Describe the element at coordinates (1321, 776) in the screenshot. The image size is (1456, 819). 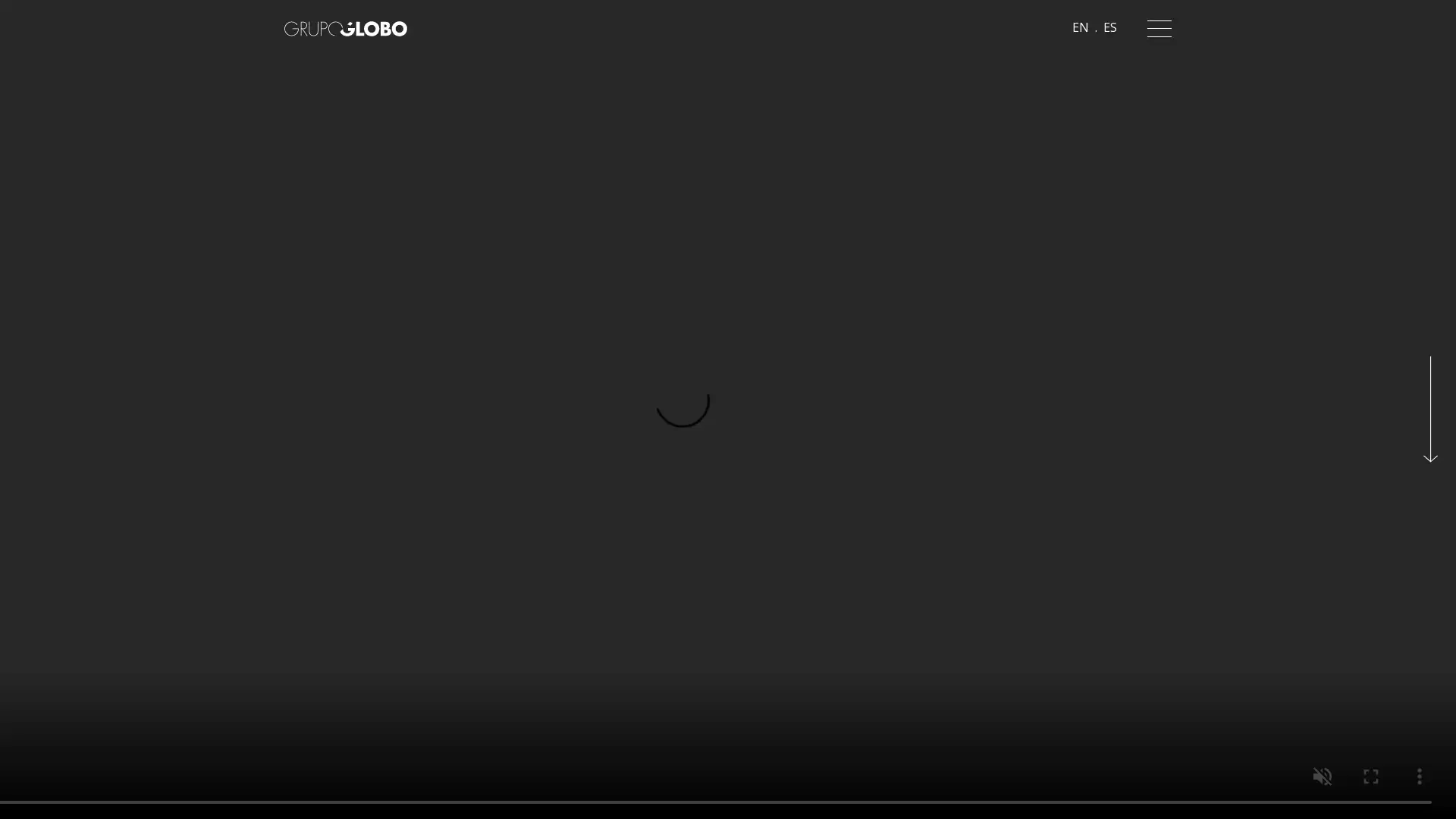
I see `unmute` at that location.